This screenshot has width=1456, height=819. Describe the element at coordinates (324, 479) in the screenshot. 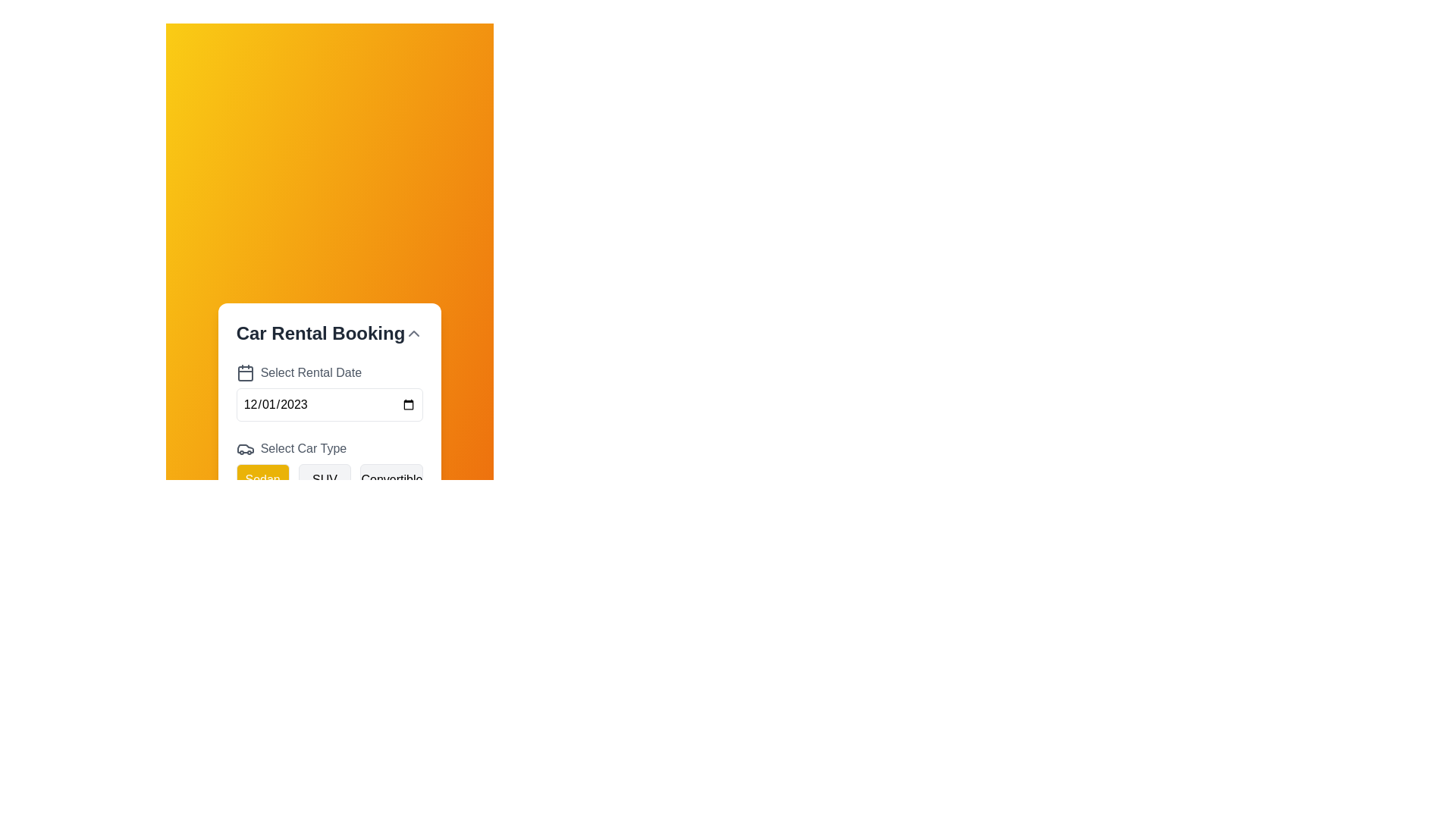

I see `the 'SUV' button, which is the second button in a row of three buttons under the 'Select Car Type' label` at that location.